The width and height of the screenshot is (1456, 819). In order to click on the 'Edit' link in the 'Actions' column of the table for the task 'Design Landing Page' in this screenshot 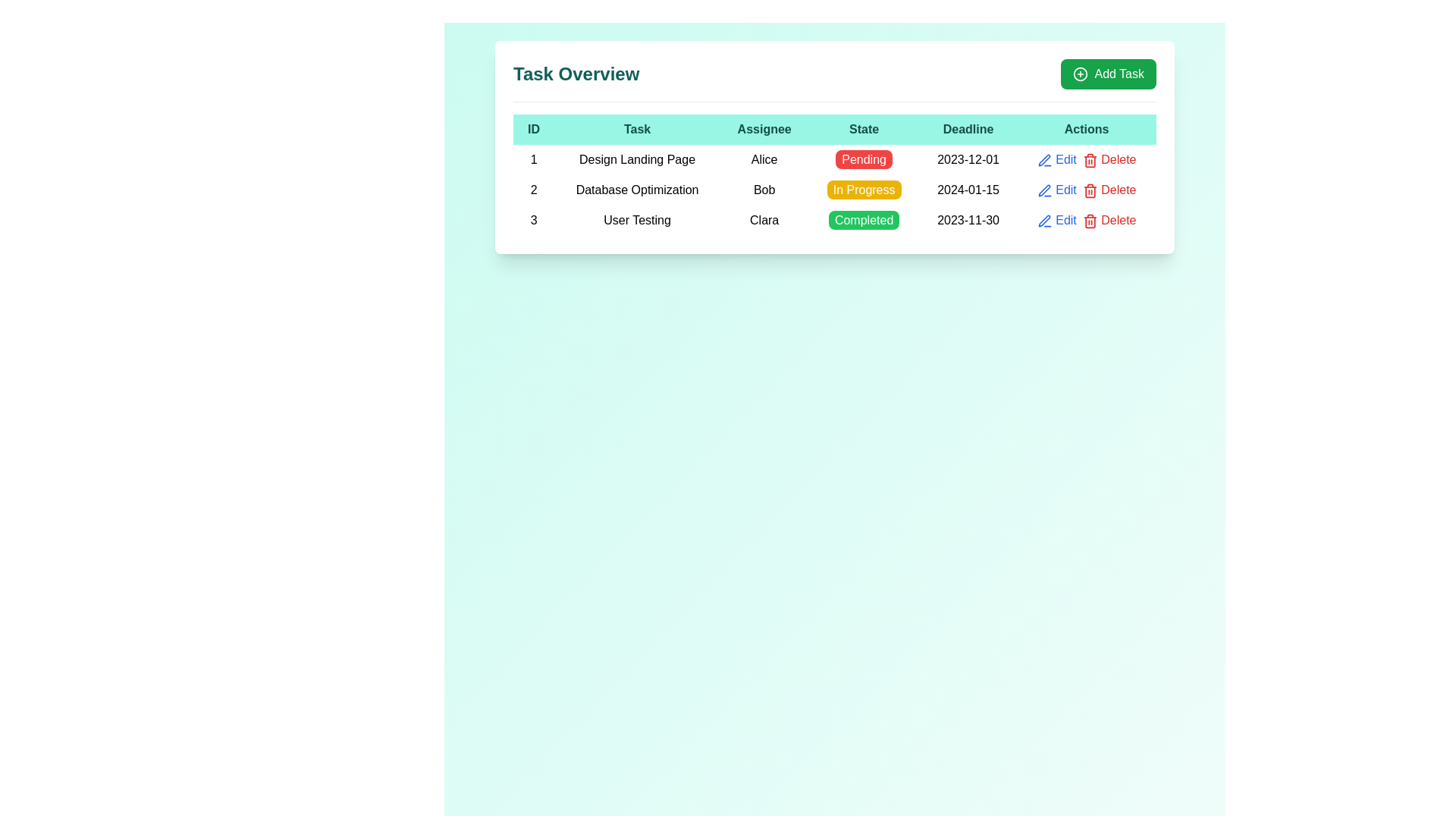, I will do `click(1056, 160)`.